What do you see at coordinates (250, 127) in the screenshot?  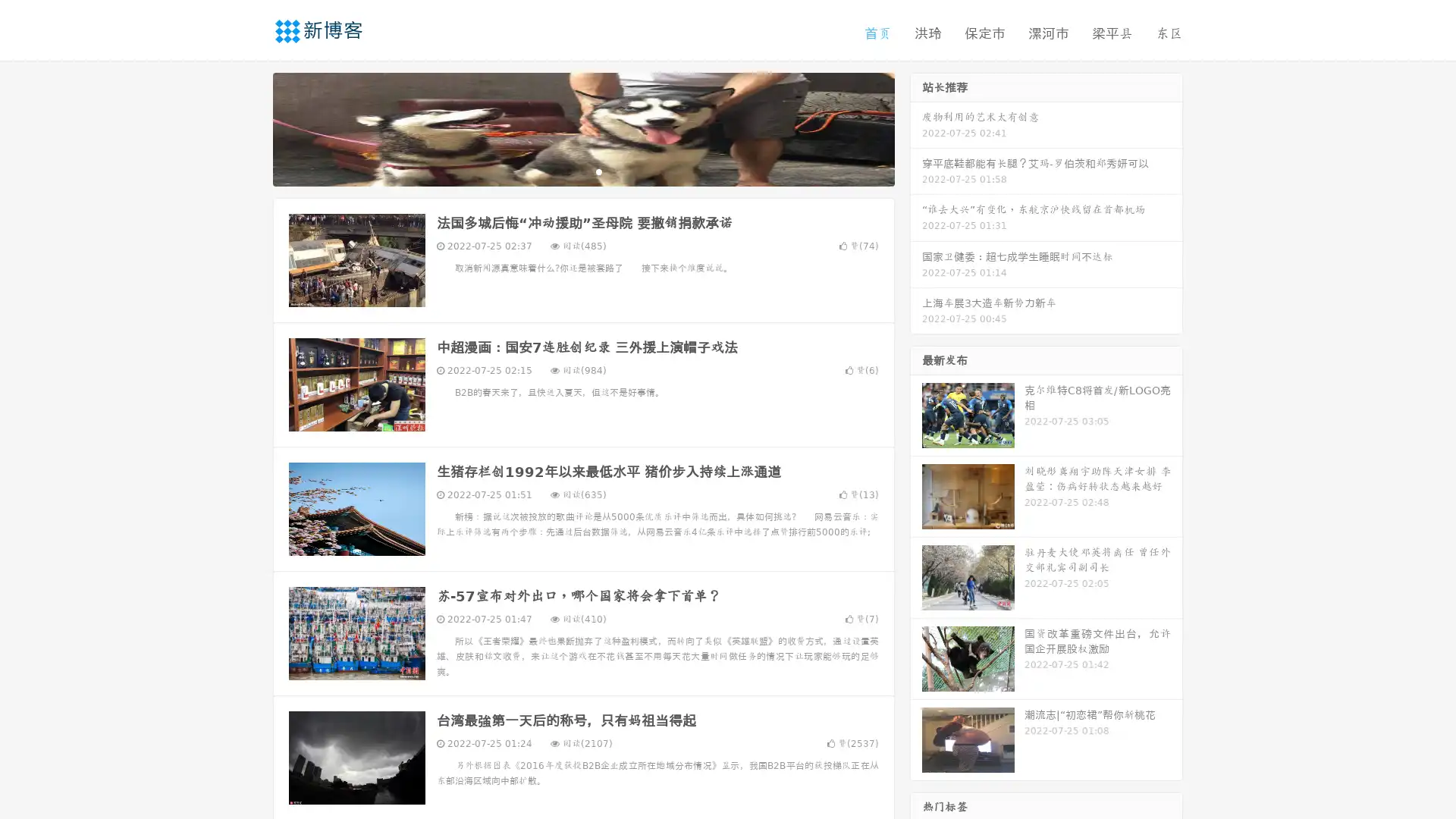 I see `Previous slide` at bounding box center [250, 127].